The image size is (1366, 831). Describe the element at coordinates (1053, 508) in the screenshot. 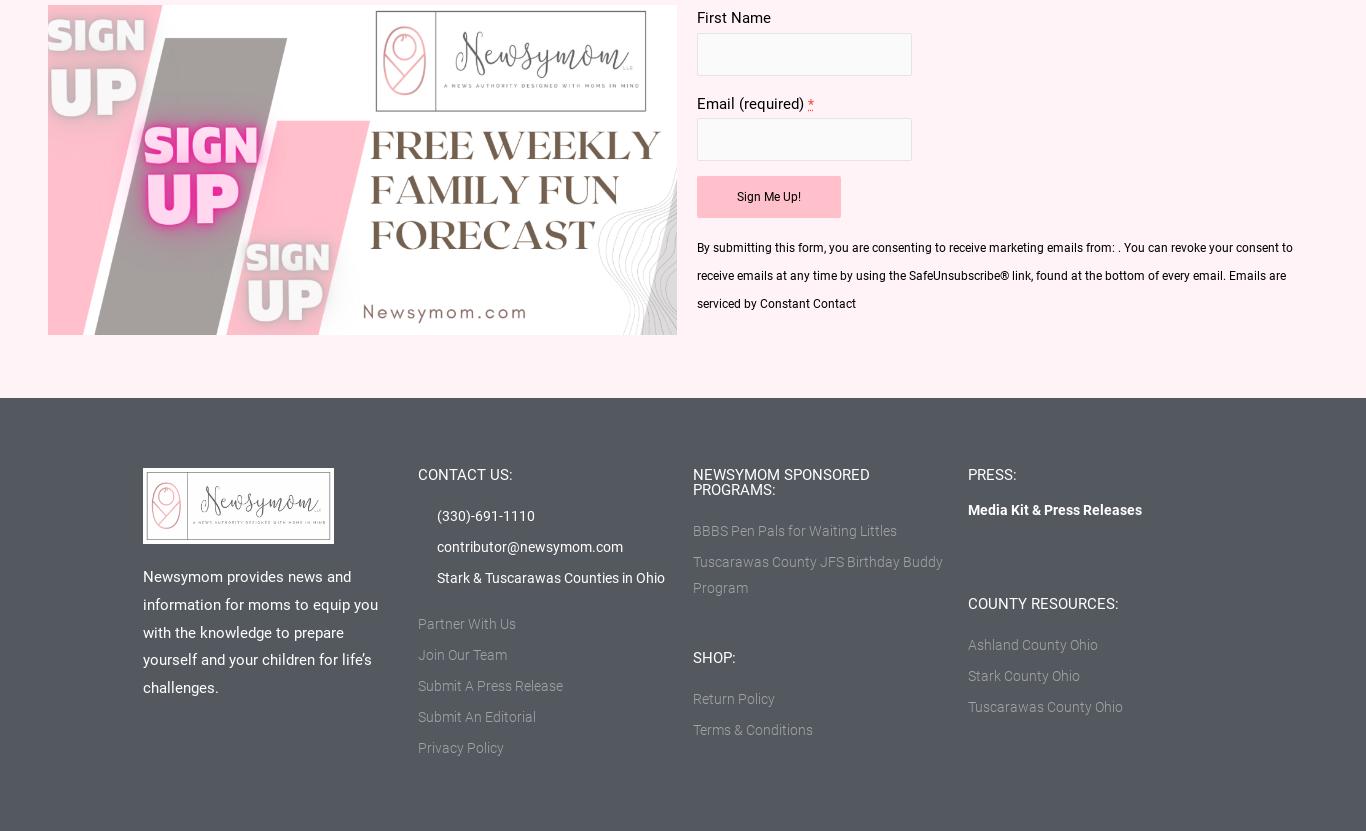

I see `'Media Kit & Press Releases'` at that location.